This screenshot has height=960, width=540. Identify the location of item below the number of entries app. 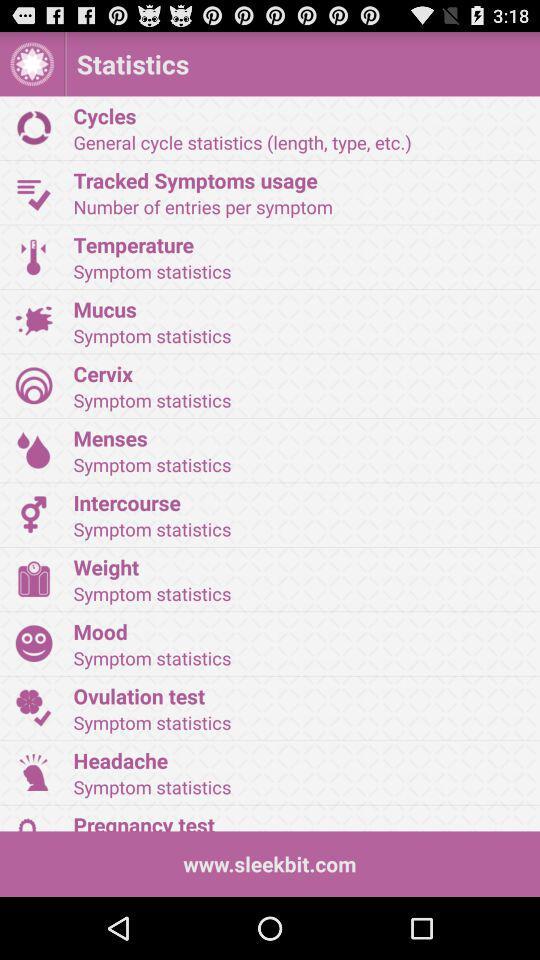
(299, 243).